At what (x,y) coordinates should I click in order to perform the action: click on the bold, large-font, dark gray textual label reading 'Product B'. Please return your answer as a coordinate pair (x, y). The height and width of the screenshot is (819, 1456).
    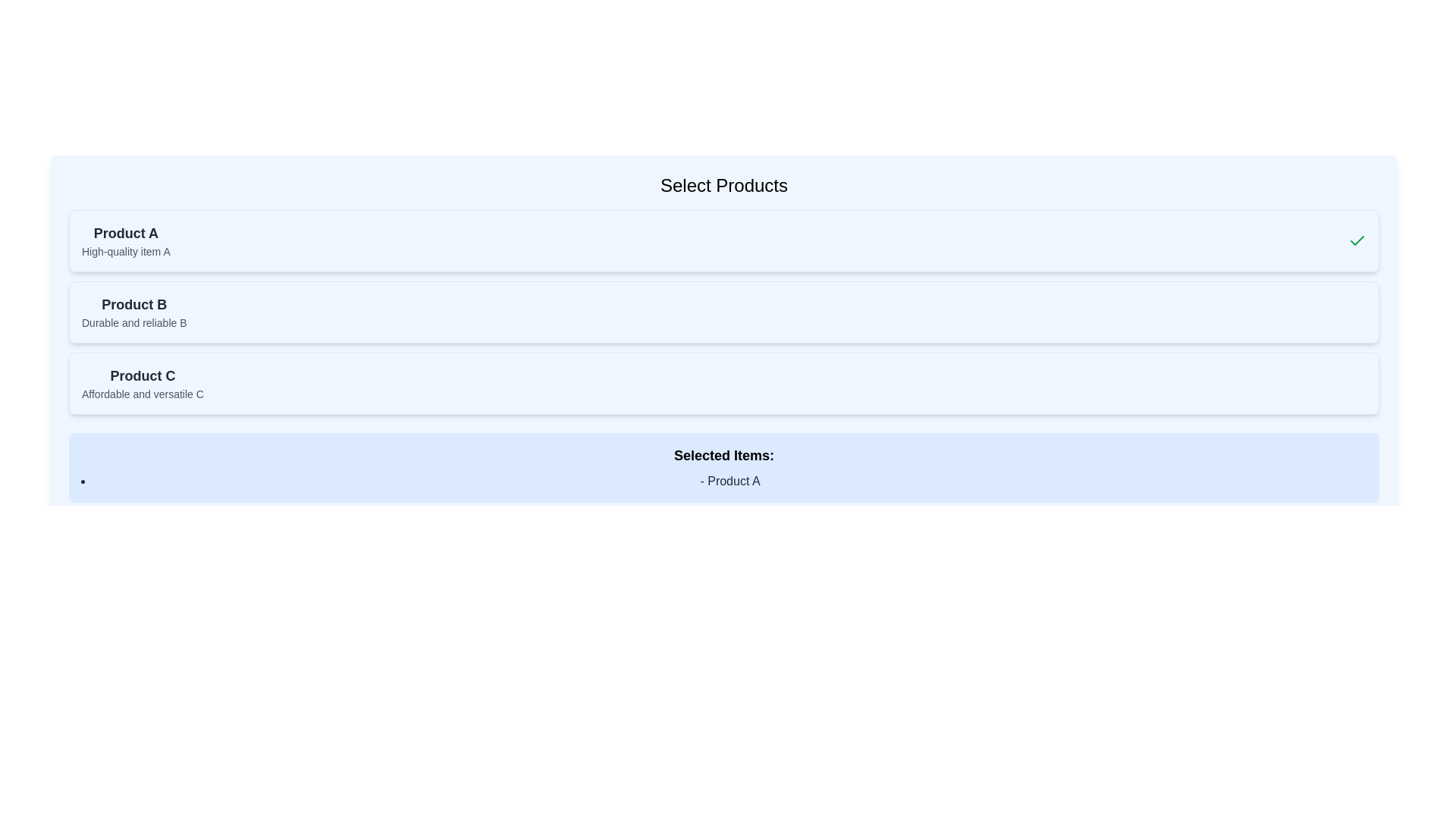
    Looking at the image, I should click on (134, 304).